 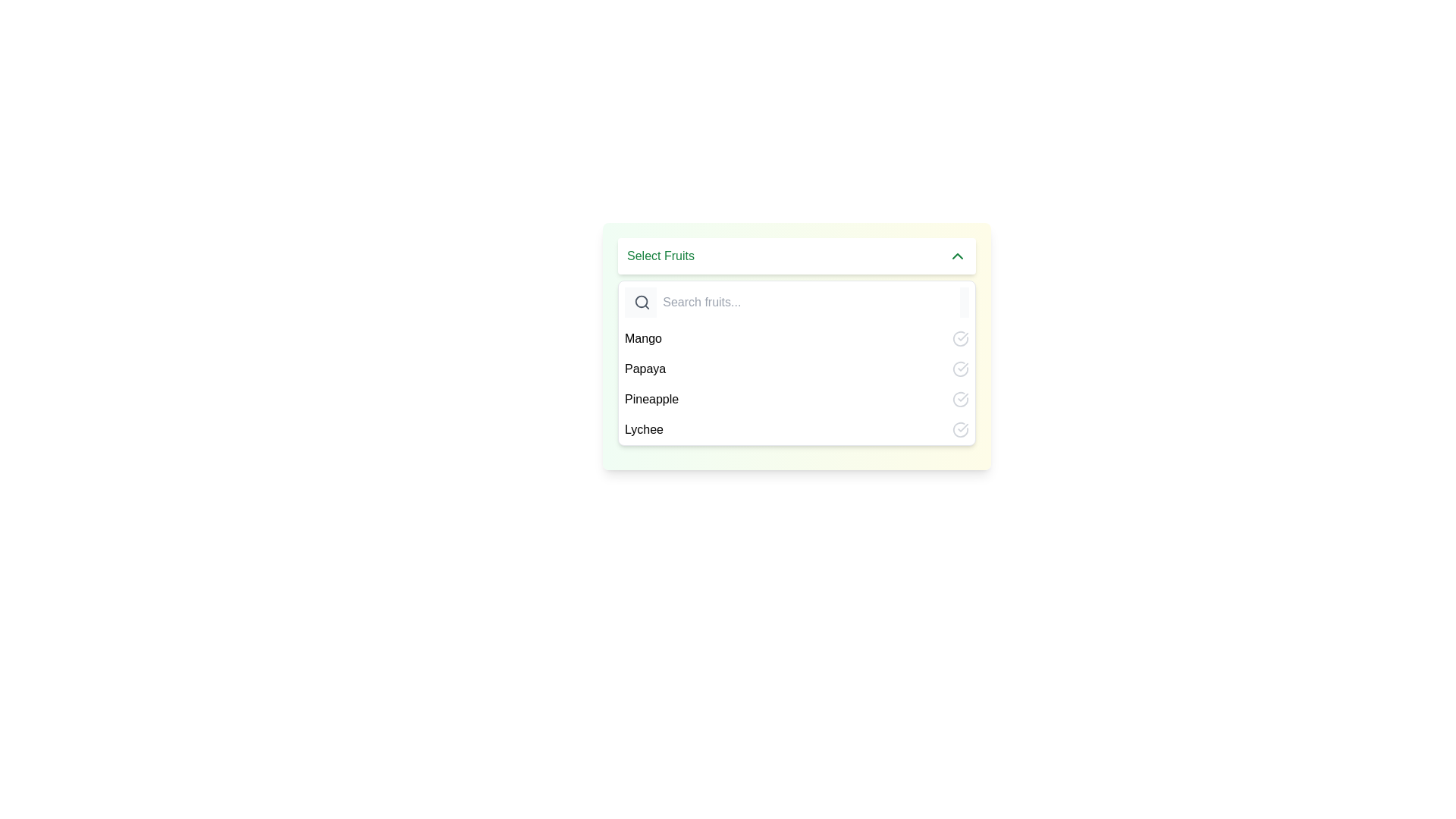 What do you see at coordinates (960, 338) in the screenshot?
I see `the checkmark icon inside a circle located next to the item labeled 'Mango'` at bounding box center [960, 338].